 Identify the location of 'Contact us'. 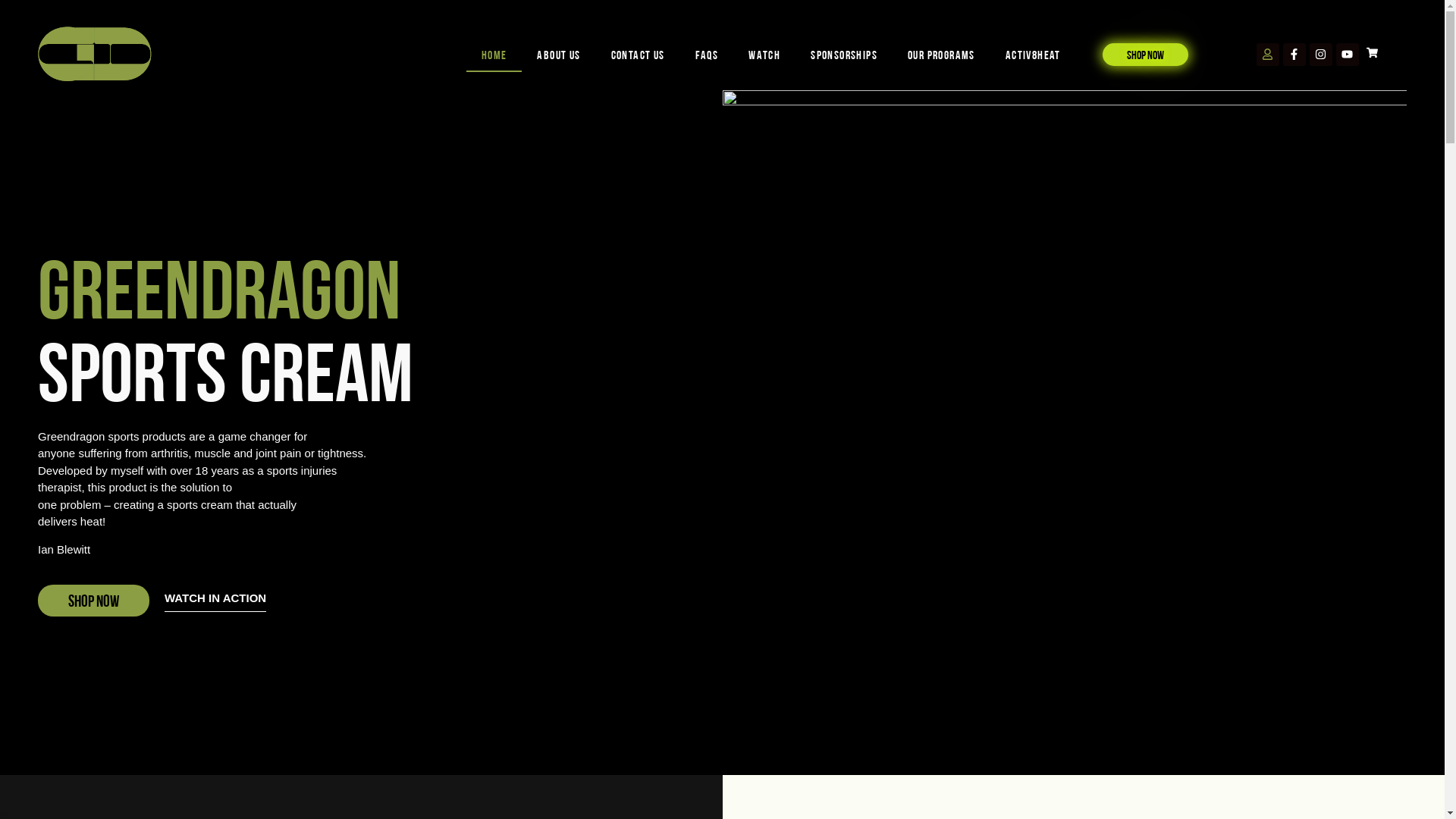
(638, 52).